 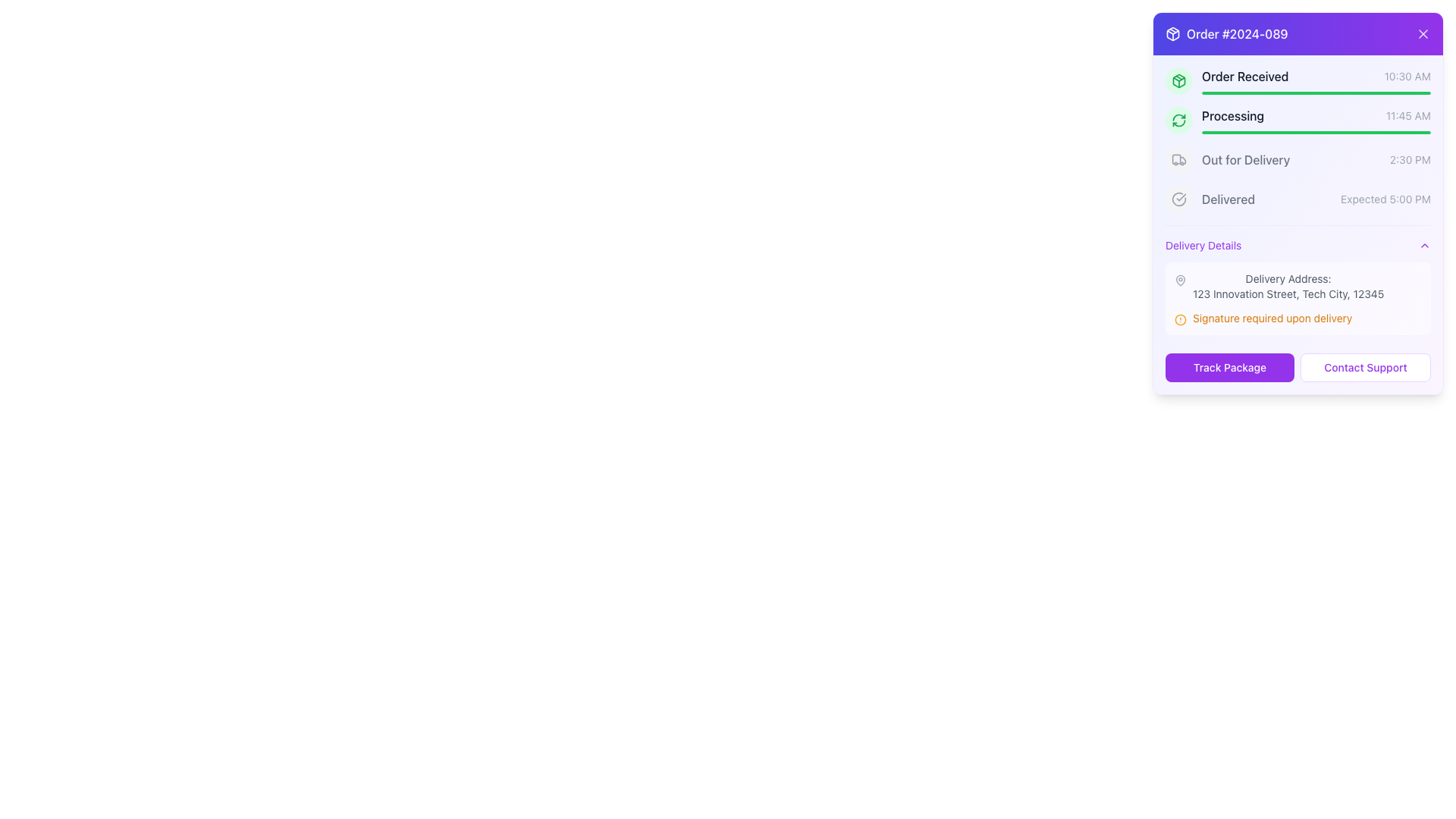 I want to click on the support services button located to the right of the 'Track Package' button at the bottom of the delivery details card, indicating its interactivity, so click(x=1365, y=368).